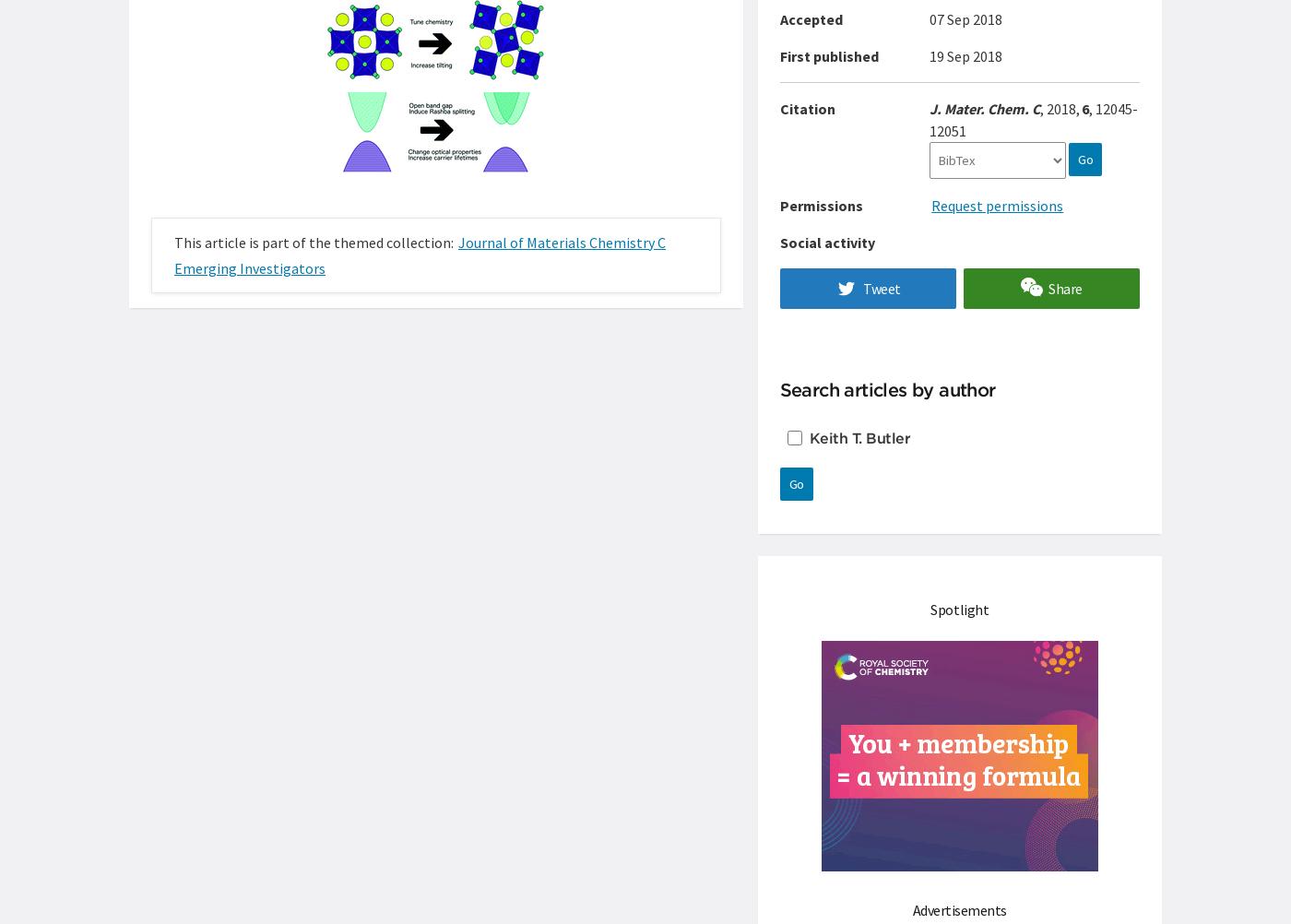 The width and height of the screenshot is (1291, 924). What do you see at coordinates (882, 288) in the screenshot?
I see `'Tweet'` at bounding box center [882, 288].